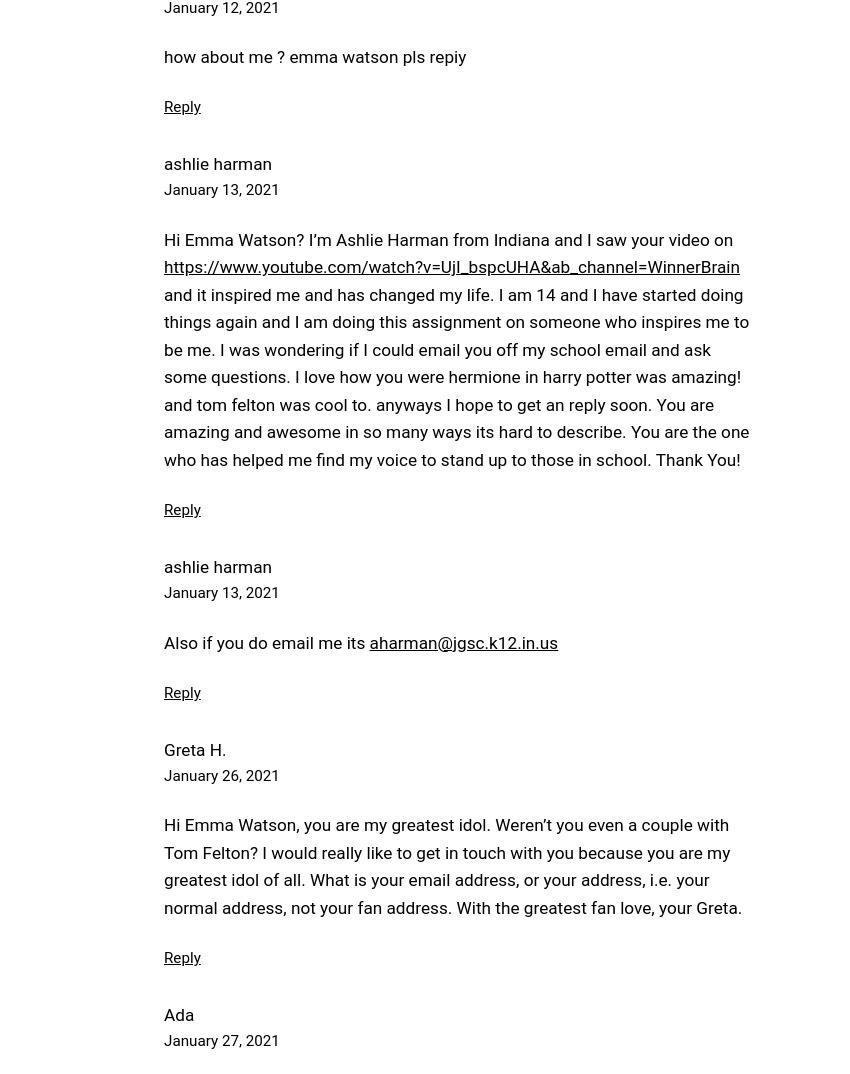 The width and height of the screenshot is (850, 1074). What do you see at coordinates (163, 864) in the screenshot?
I see `'Hi Emma Watson, you are my greatest idol. Weren’t you even a couple with Tom Felton? I would really like to get in touch with you because you are my greatest idol of all. What is your email address, or your address, i.e. your normal address, not your fan address. With the greatest fan love, your Greta.'` at bounding box center [163, 864].